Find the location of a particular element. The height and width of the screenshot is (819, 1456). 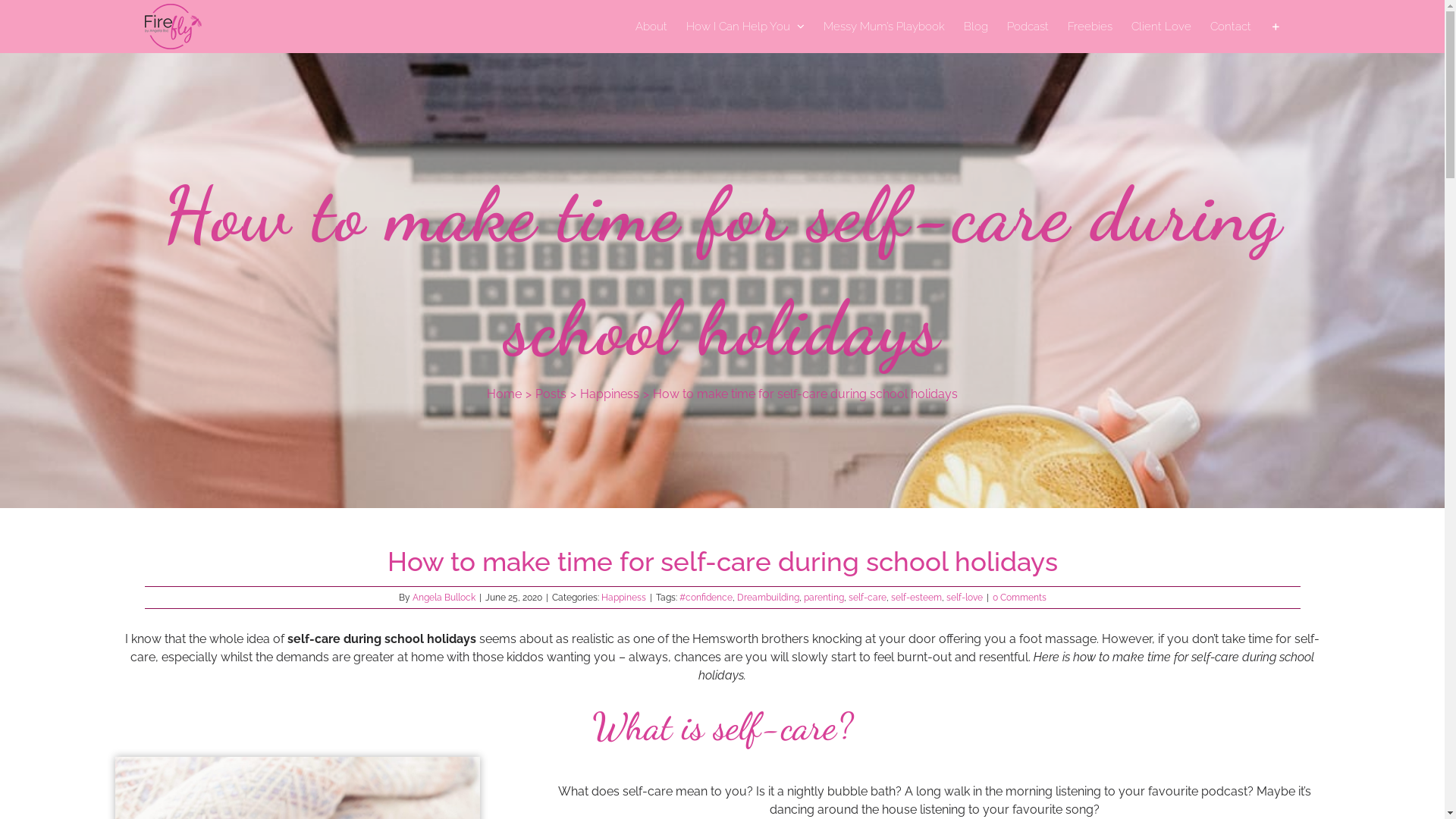

'Podcast' is located at coordinates (1028, 26).